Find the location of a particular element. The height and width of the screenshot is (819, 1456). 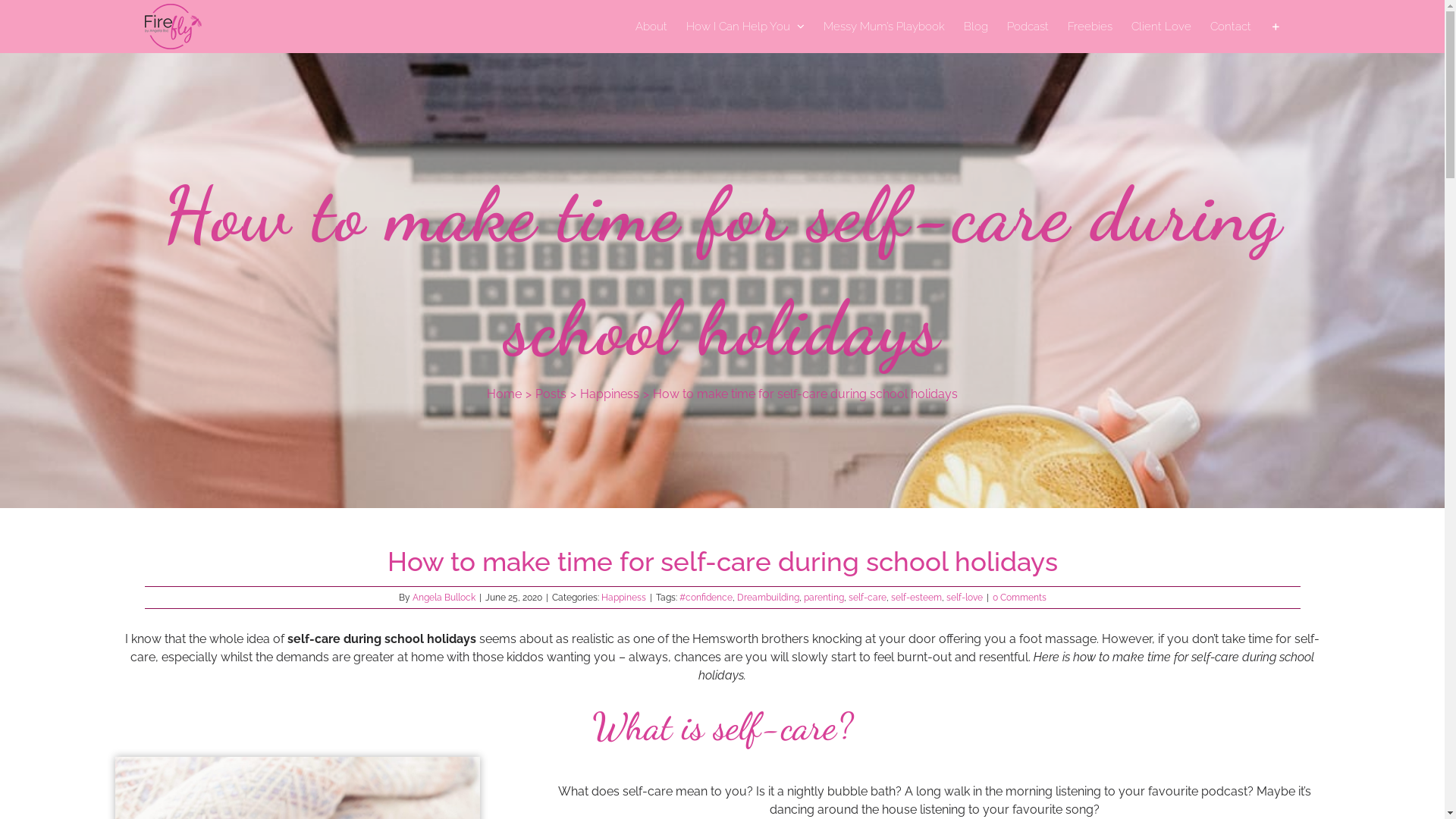

'Podcast' is located at coordinates (1028, 26).